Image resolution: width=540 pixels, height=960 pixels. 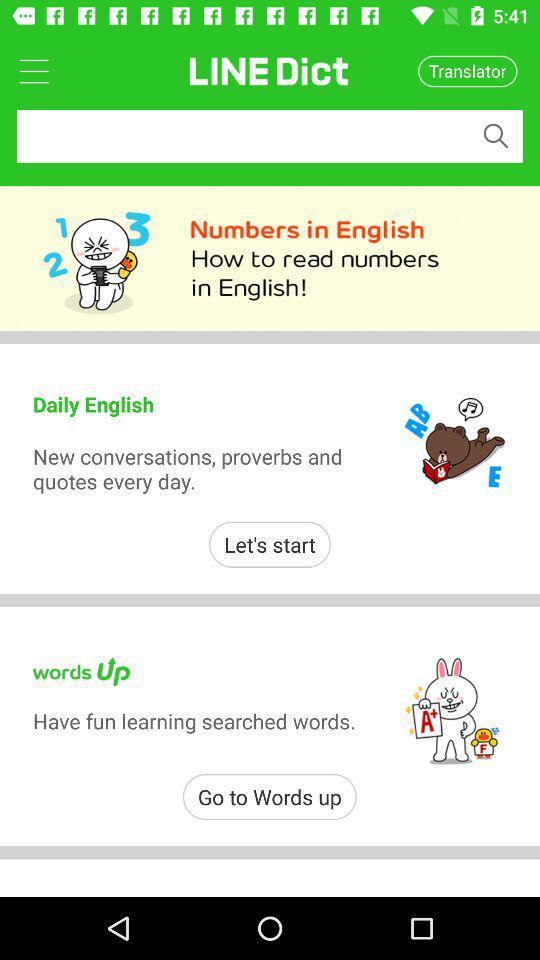 I want to click on open main menu, so click(x=33, y=70).